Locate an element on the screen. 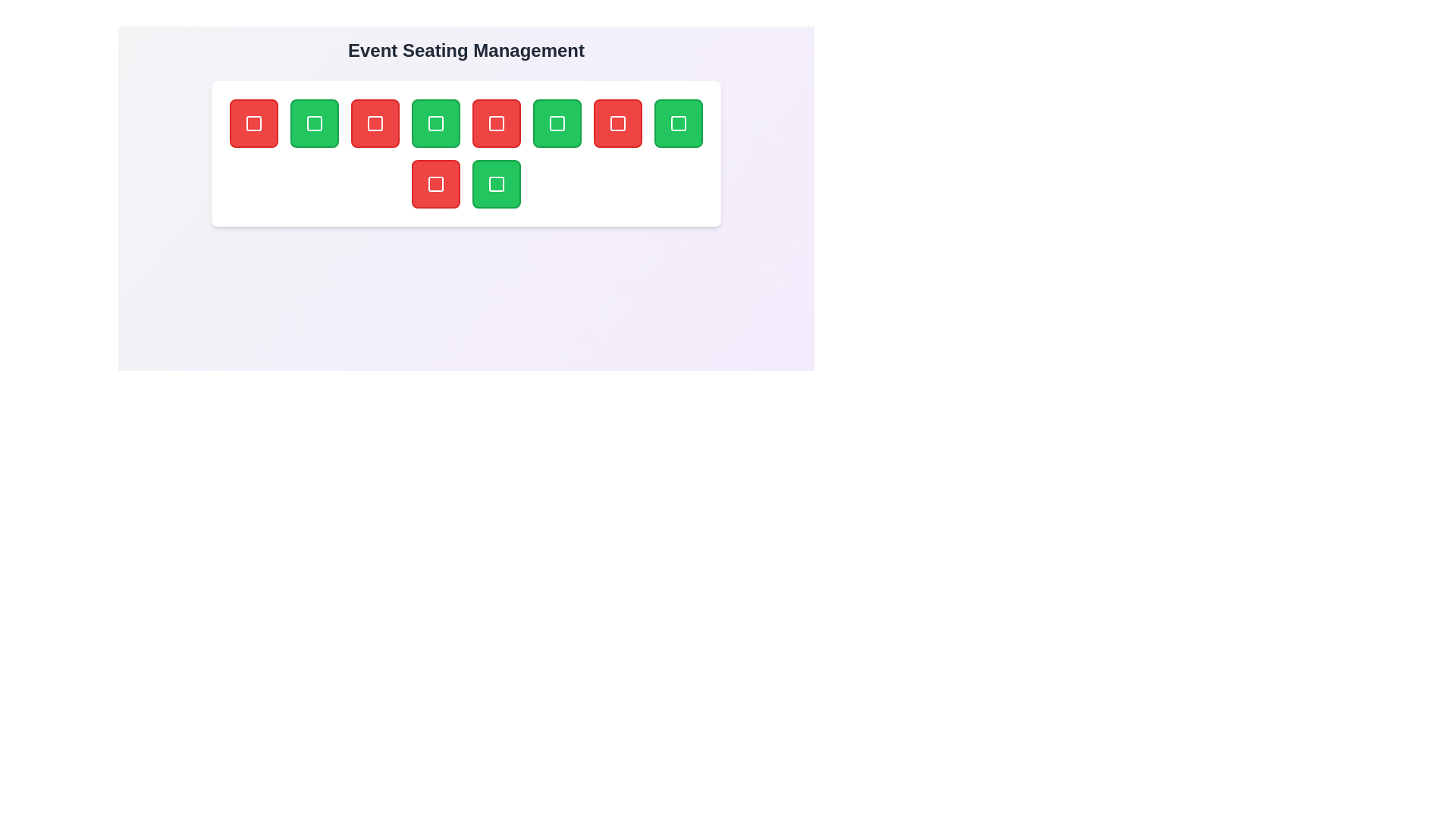 The image size is (1456, 819). the red button labeled 'Seat 1', which serves as a seating selection option and is likely currently selected or unavailable is located at coordinates (254, 122).